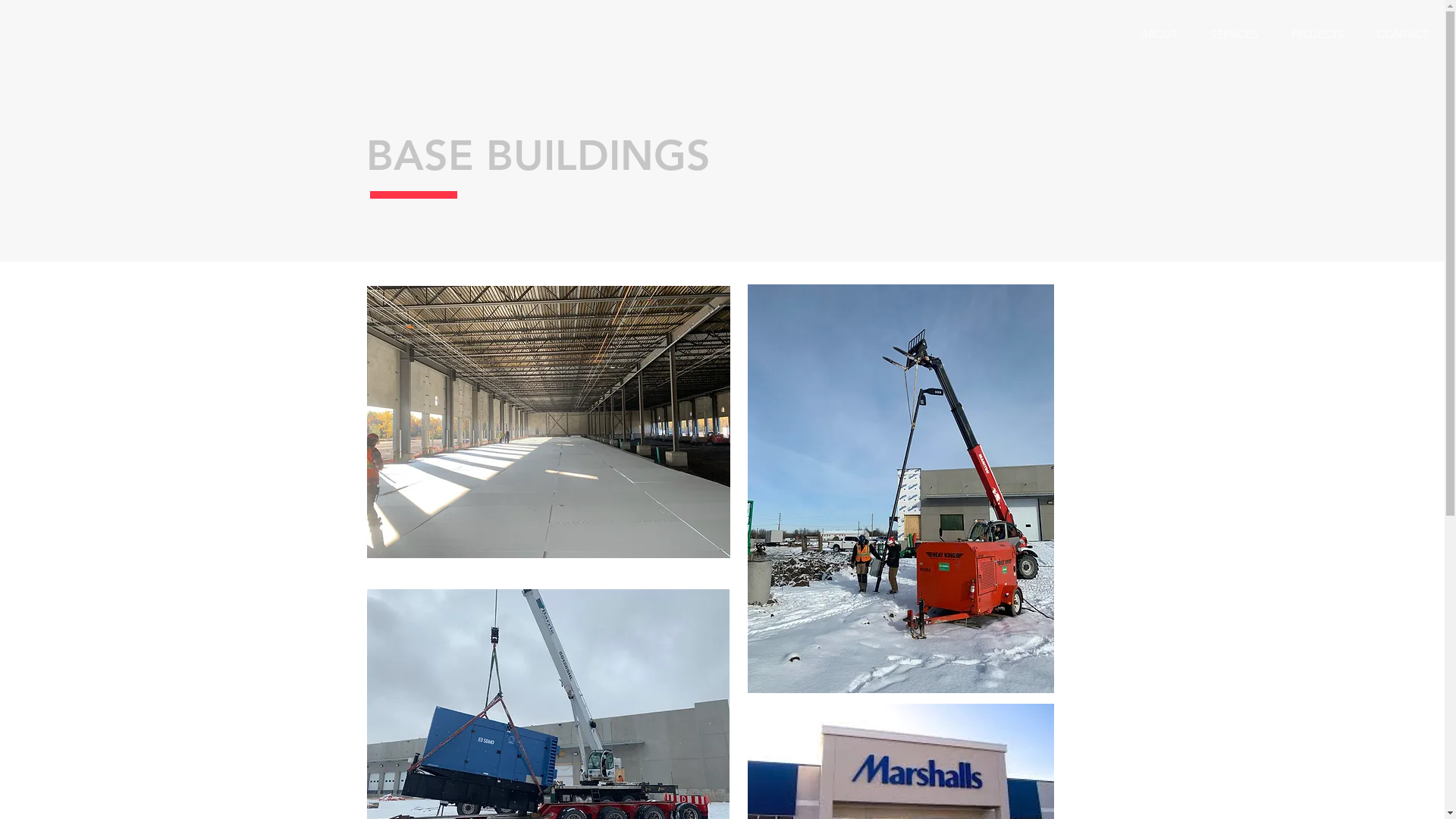  What do you see at coordinates (1158, 34) in the screenshot?
I see `'ABOUT'` at bounding box center [1158, 34].